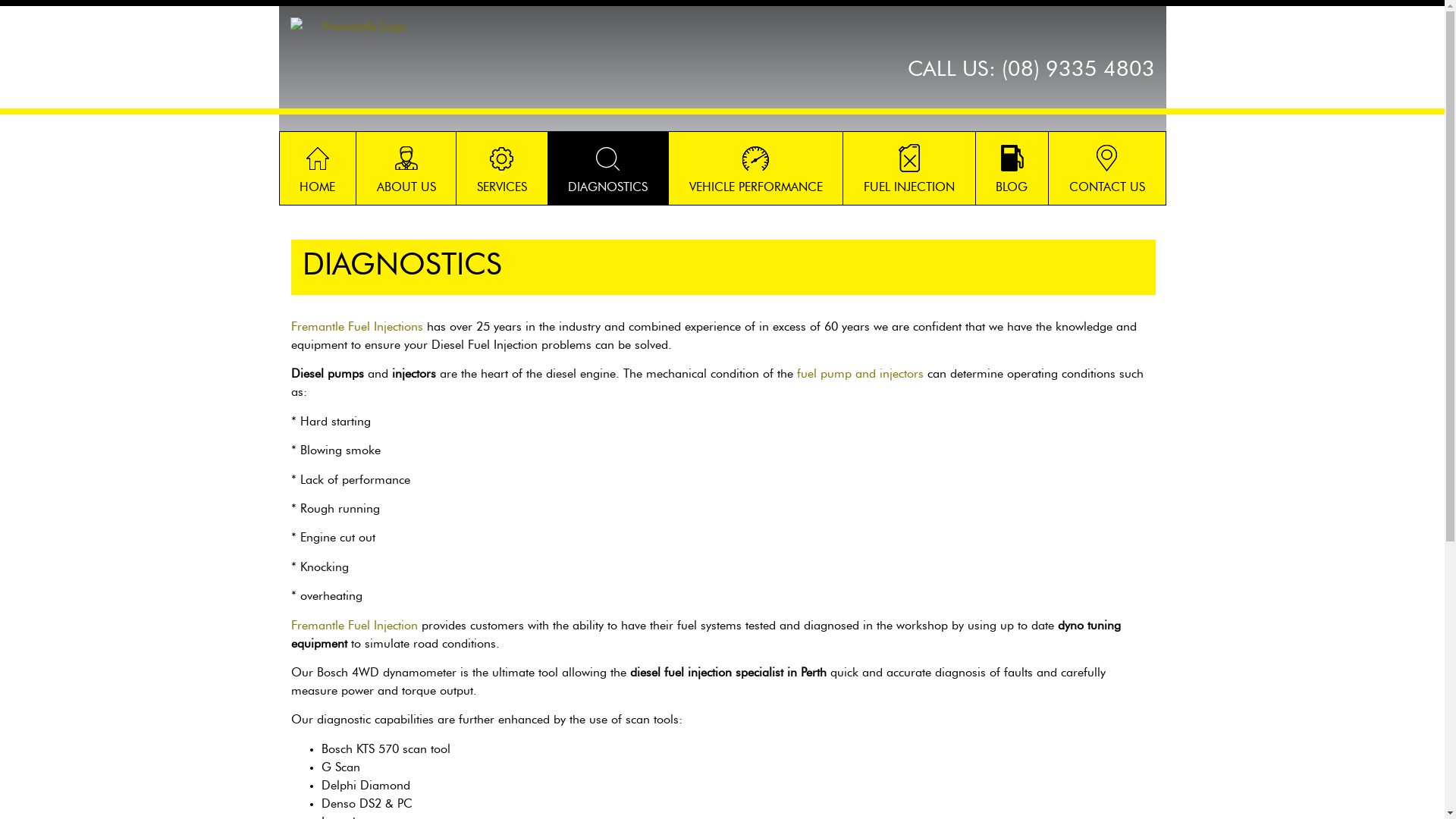 The image size is (1456, 819). What do you see at coordinates (668, 168) in the screenshot?
I see `'VEHICLE PERFORMANCE'` at bounding box center [668, 168].